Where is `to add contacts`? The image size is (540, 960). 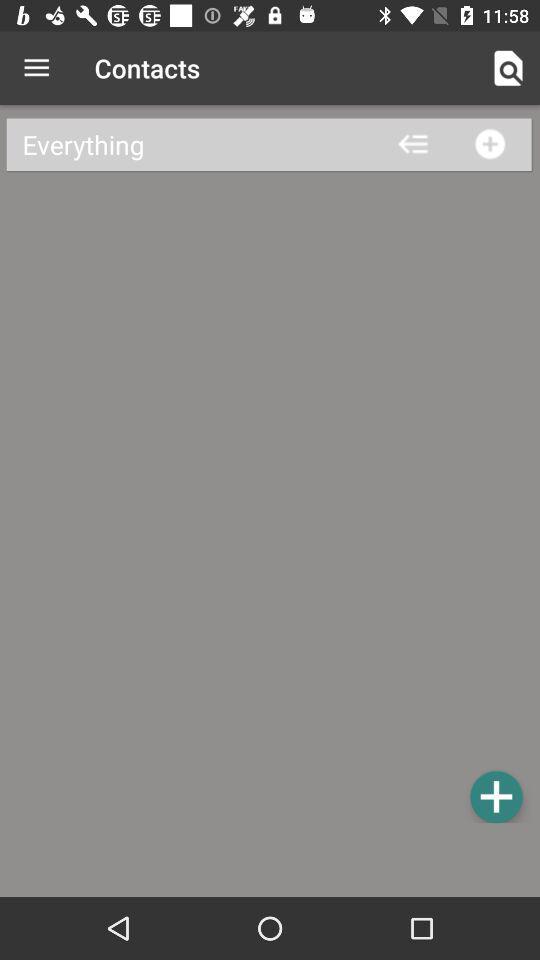
to add contacts is located at coordinates (495, 796).